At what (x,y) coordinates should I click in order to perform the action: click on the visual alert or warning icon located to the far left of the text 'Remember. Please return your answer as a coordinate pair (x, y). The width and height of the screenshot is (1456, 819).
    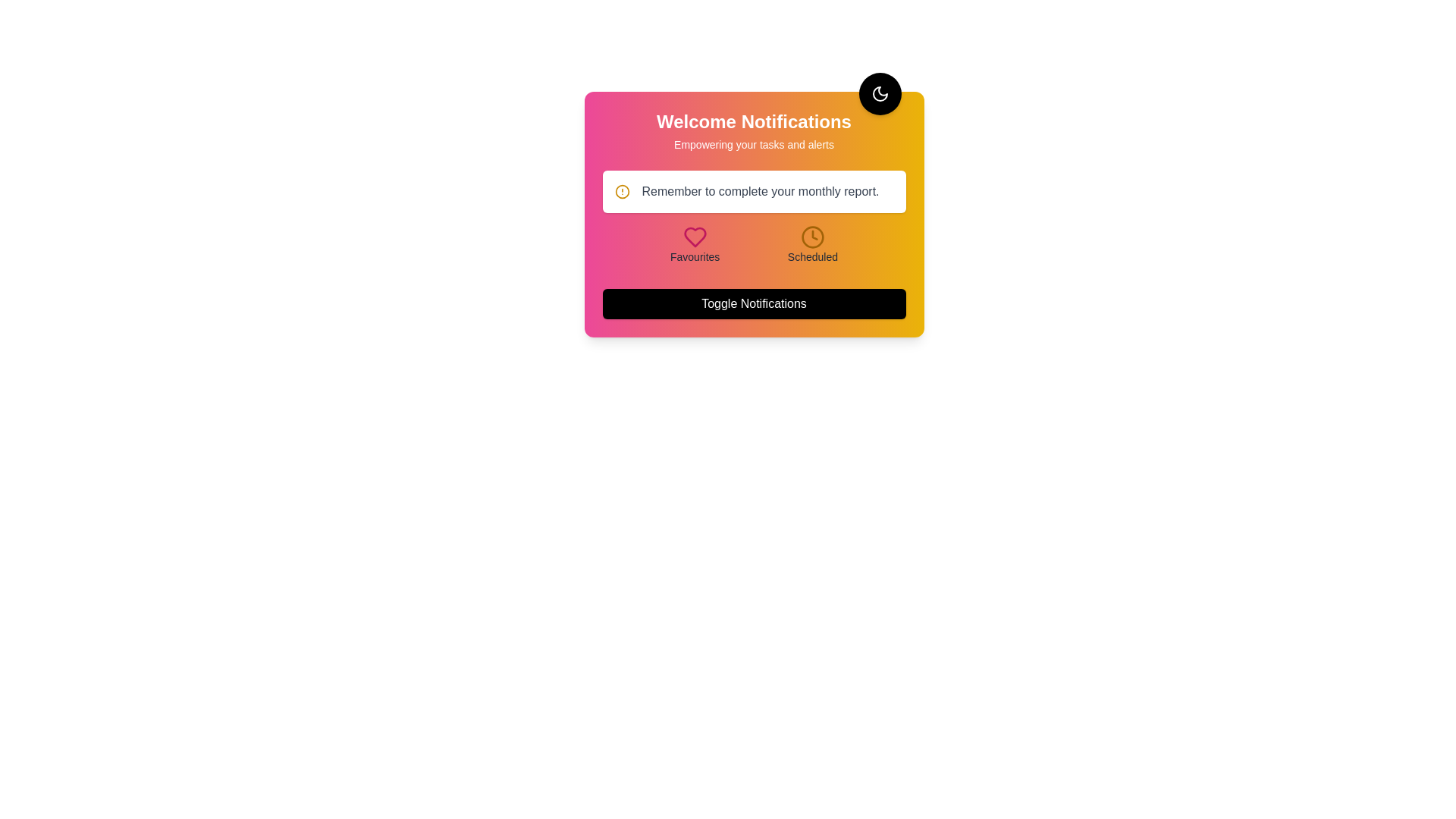
    Looking at the image, I should click on (622, 191).